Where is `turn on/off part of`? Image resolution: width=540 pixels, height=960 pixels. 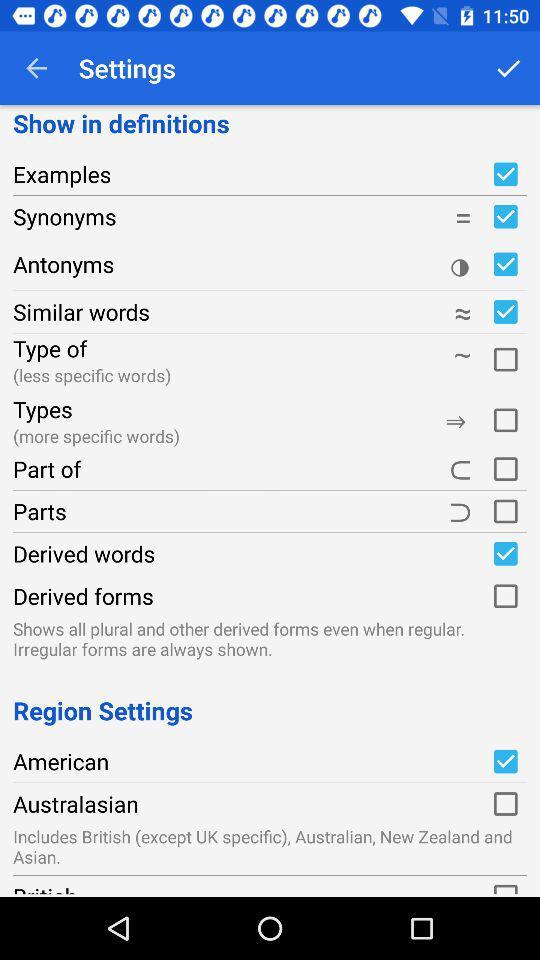
turn on/off part of is located at coordinates (504, 469).